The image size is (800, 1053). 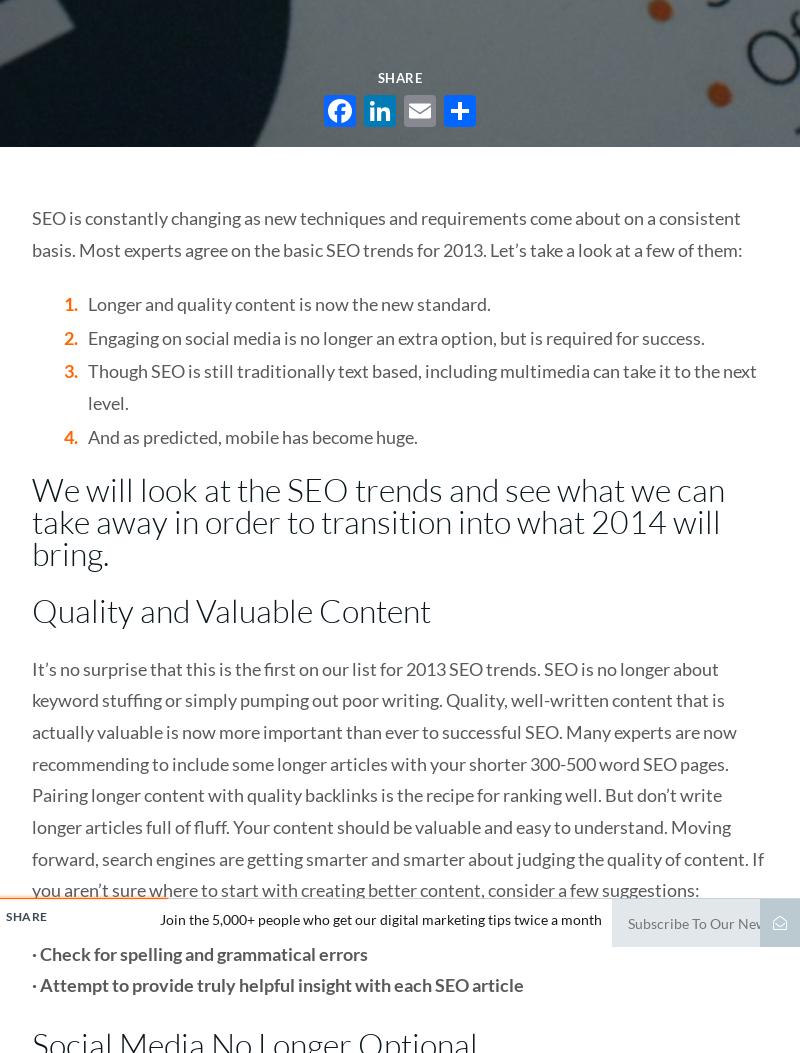 I want to click on '· Attempt to provide truly helpful insight with each SEO article', so click(x=278, y=985).